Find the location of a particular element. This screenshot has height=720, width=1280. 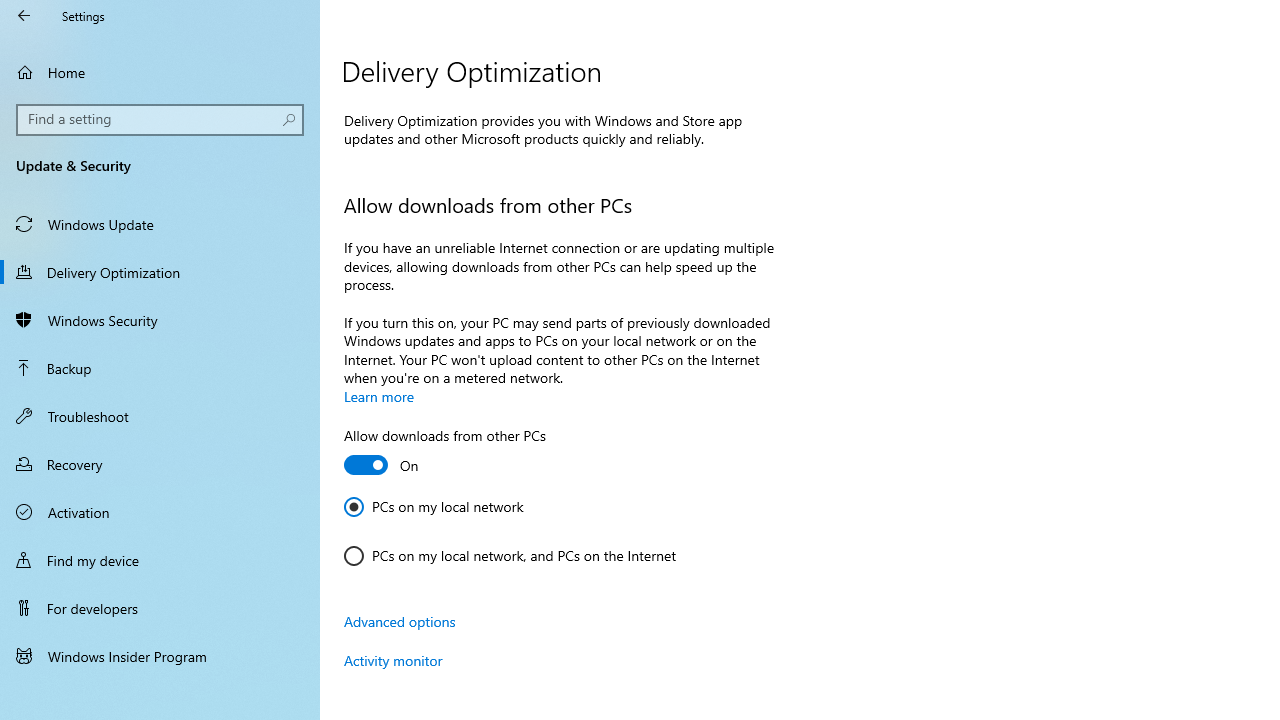

'Backup' is located at coordinates (160, 367).